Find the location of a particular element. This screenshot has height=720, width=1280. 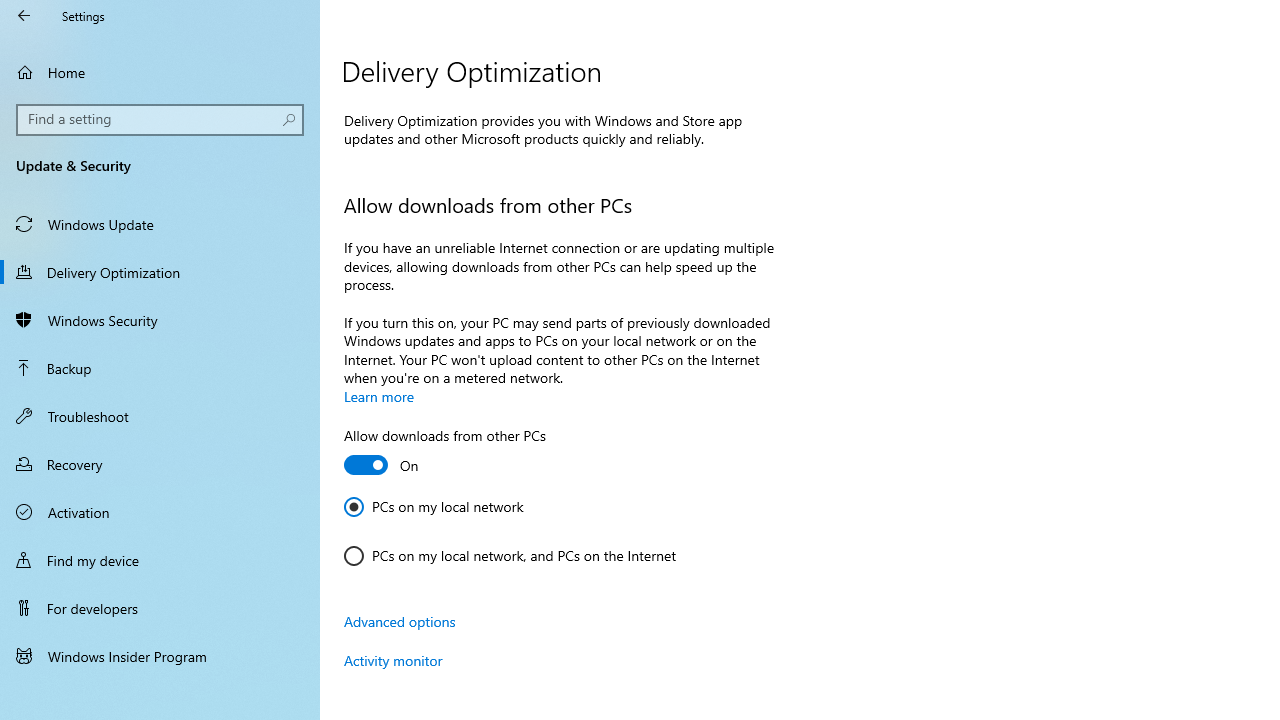

'Backup' is located at coordinates (160, 367).